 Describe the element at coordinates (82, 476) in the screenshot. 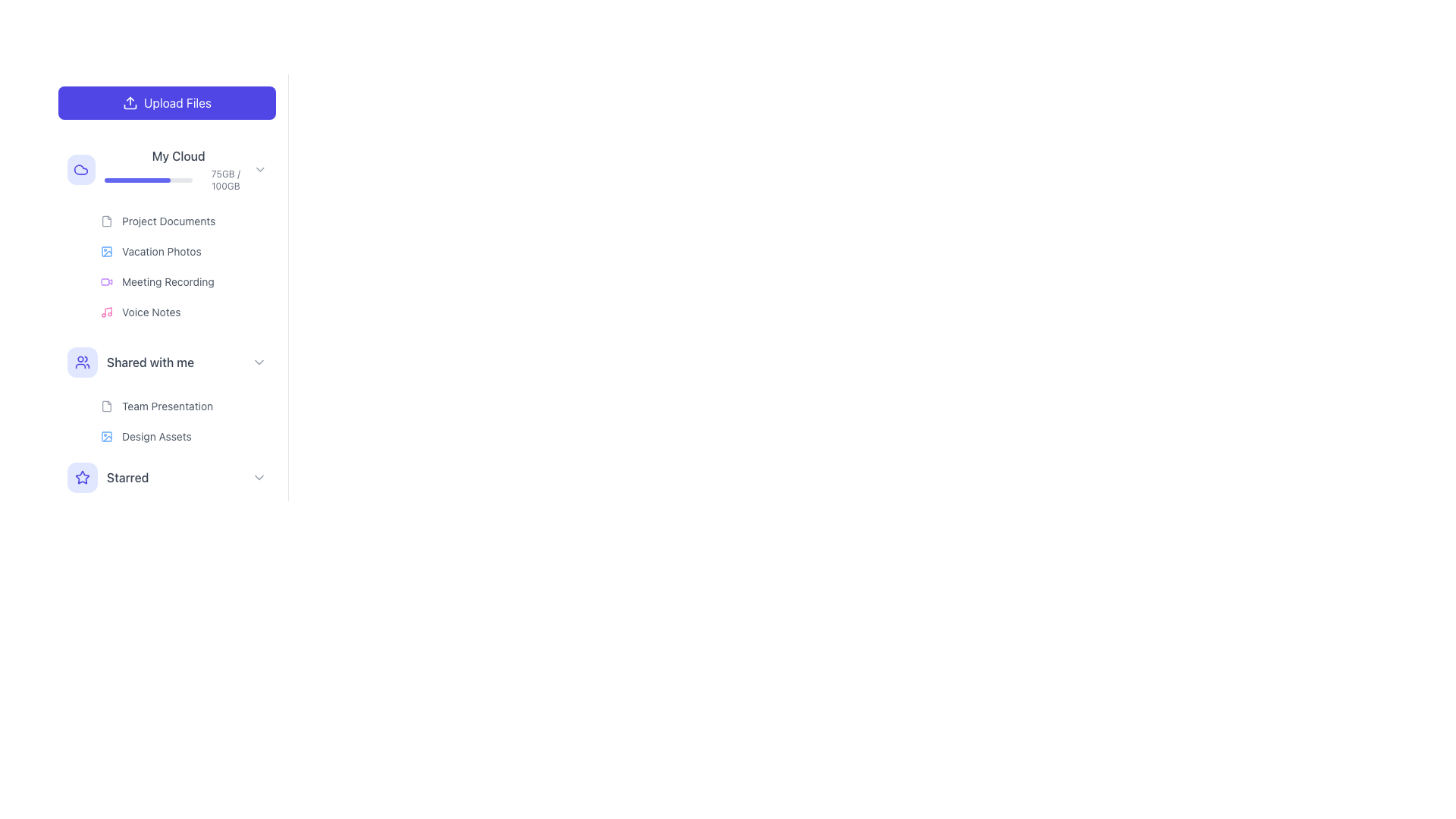

I see `the icon button featuring a star design, which is positioned to the left of the 'Starred' text label in the menu sidebar` at that location.